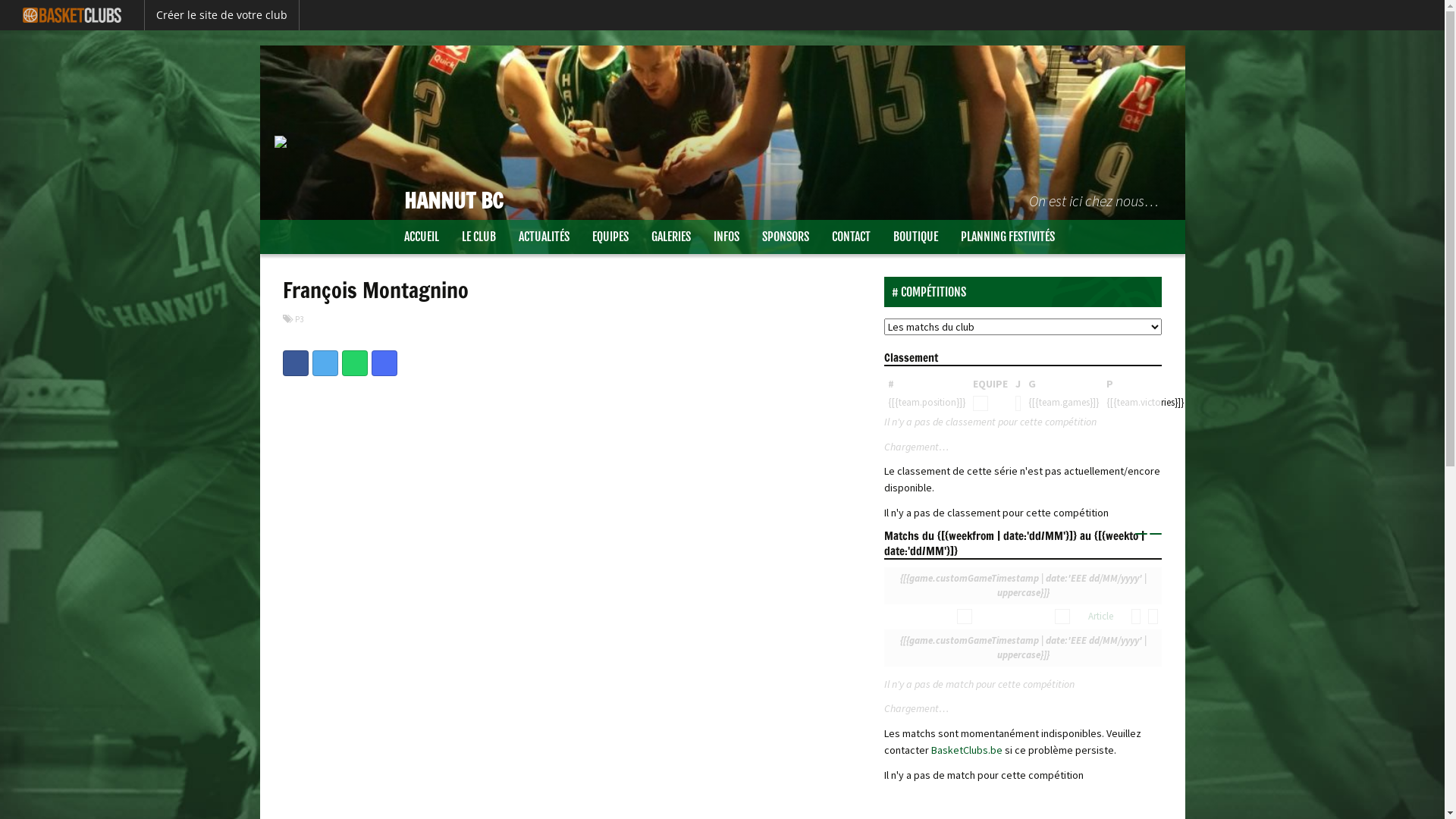 The image size is (1456, 819). I want to click on 'Partager sur Telegram', so click(371, 362).